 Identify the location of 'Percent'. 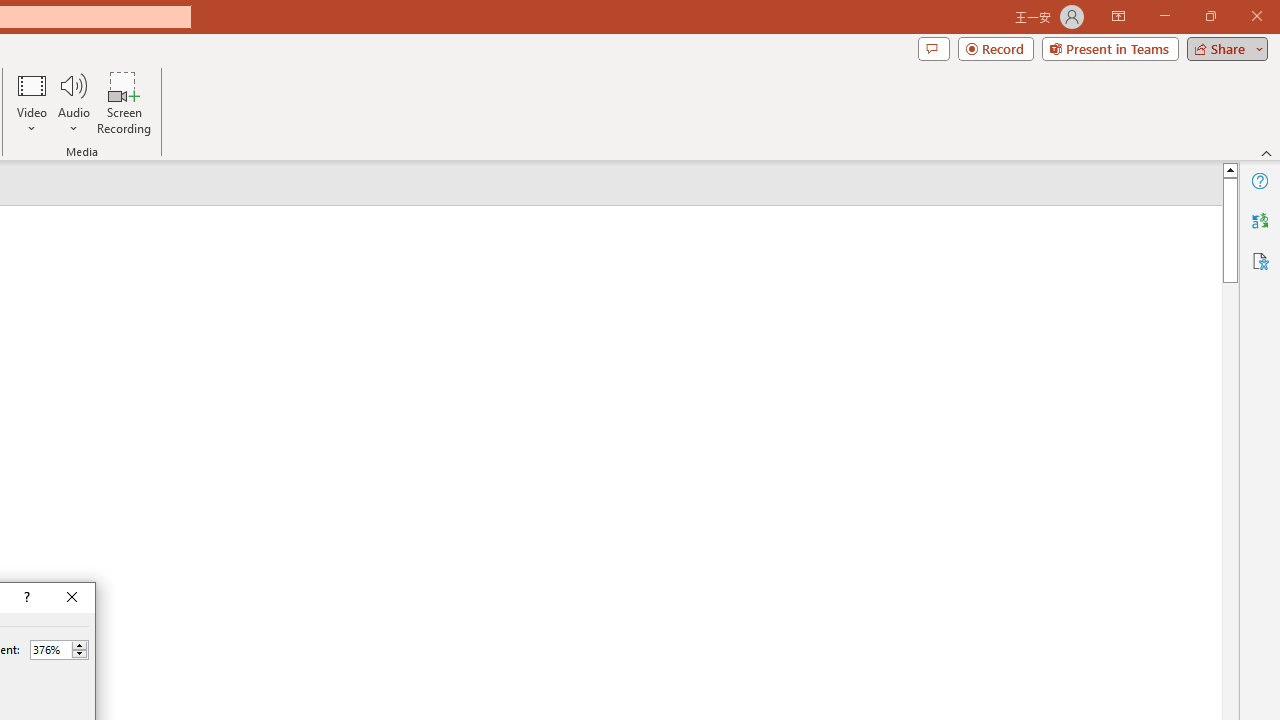
(50, 649).